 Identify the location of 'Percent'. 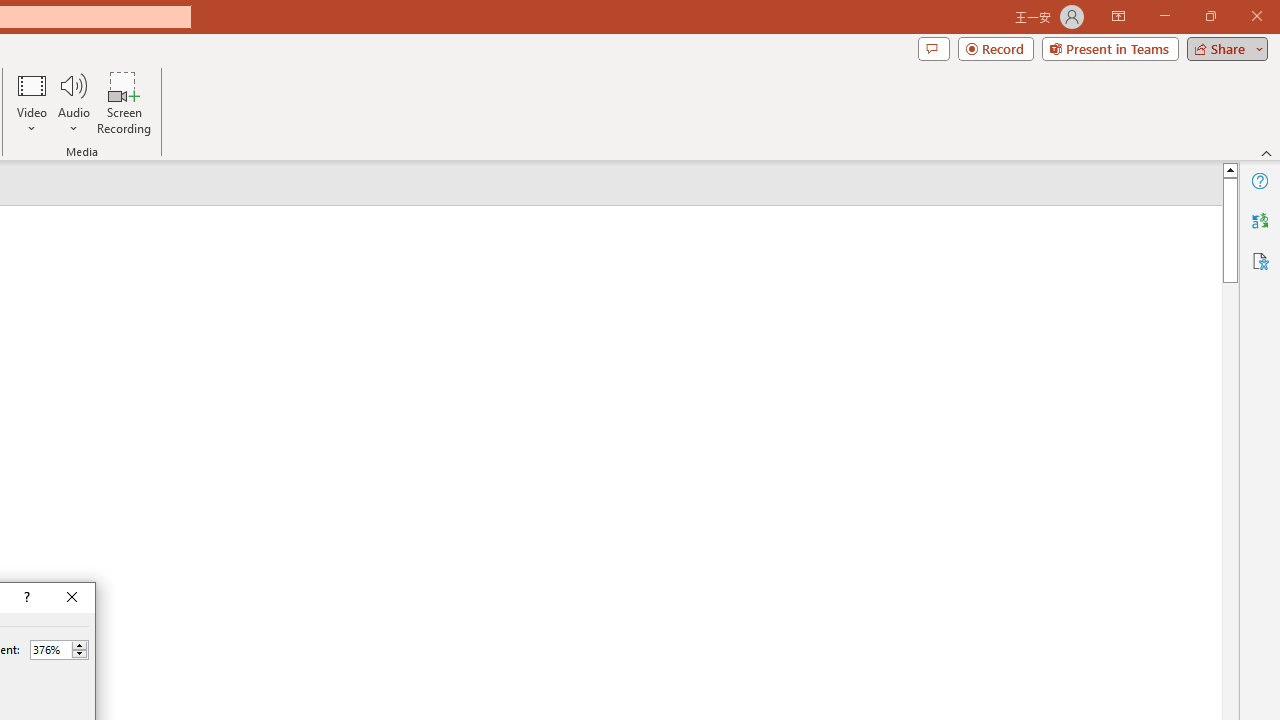
(50, 649).